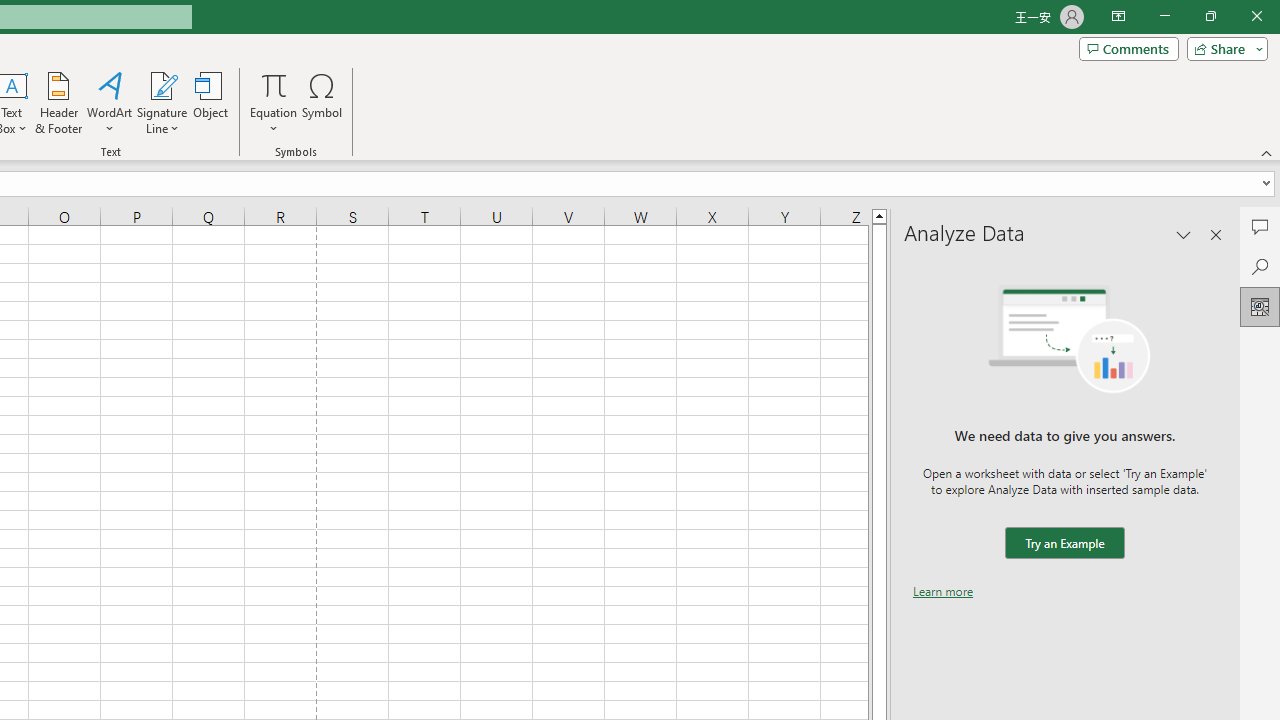 The image size is (1280, 720). I want to click on 'Comments', so click(1128, 47).